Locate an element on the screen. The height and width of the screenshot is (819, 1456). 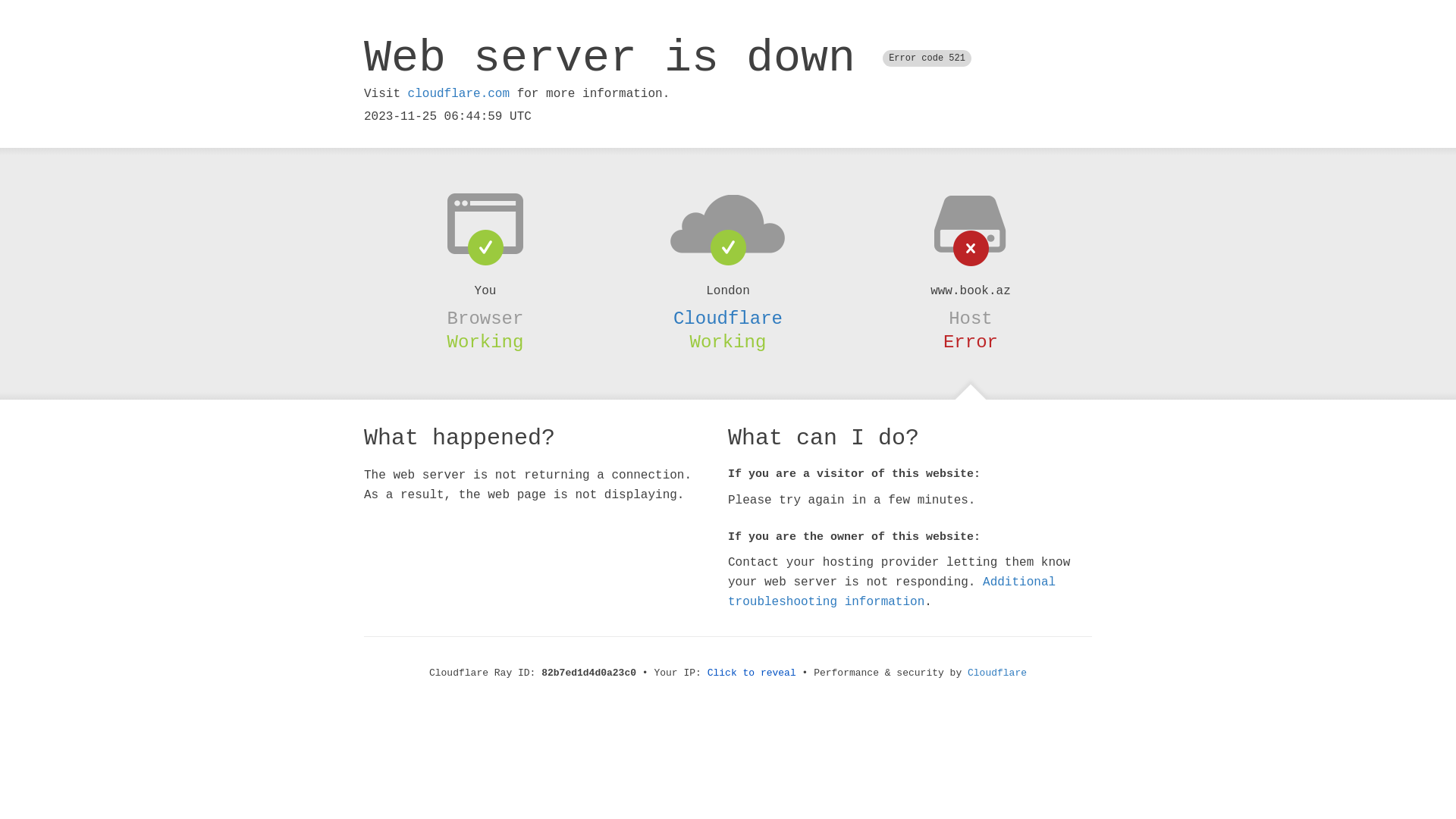
'Cloudflare' is located at coordinates (997, 672).